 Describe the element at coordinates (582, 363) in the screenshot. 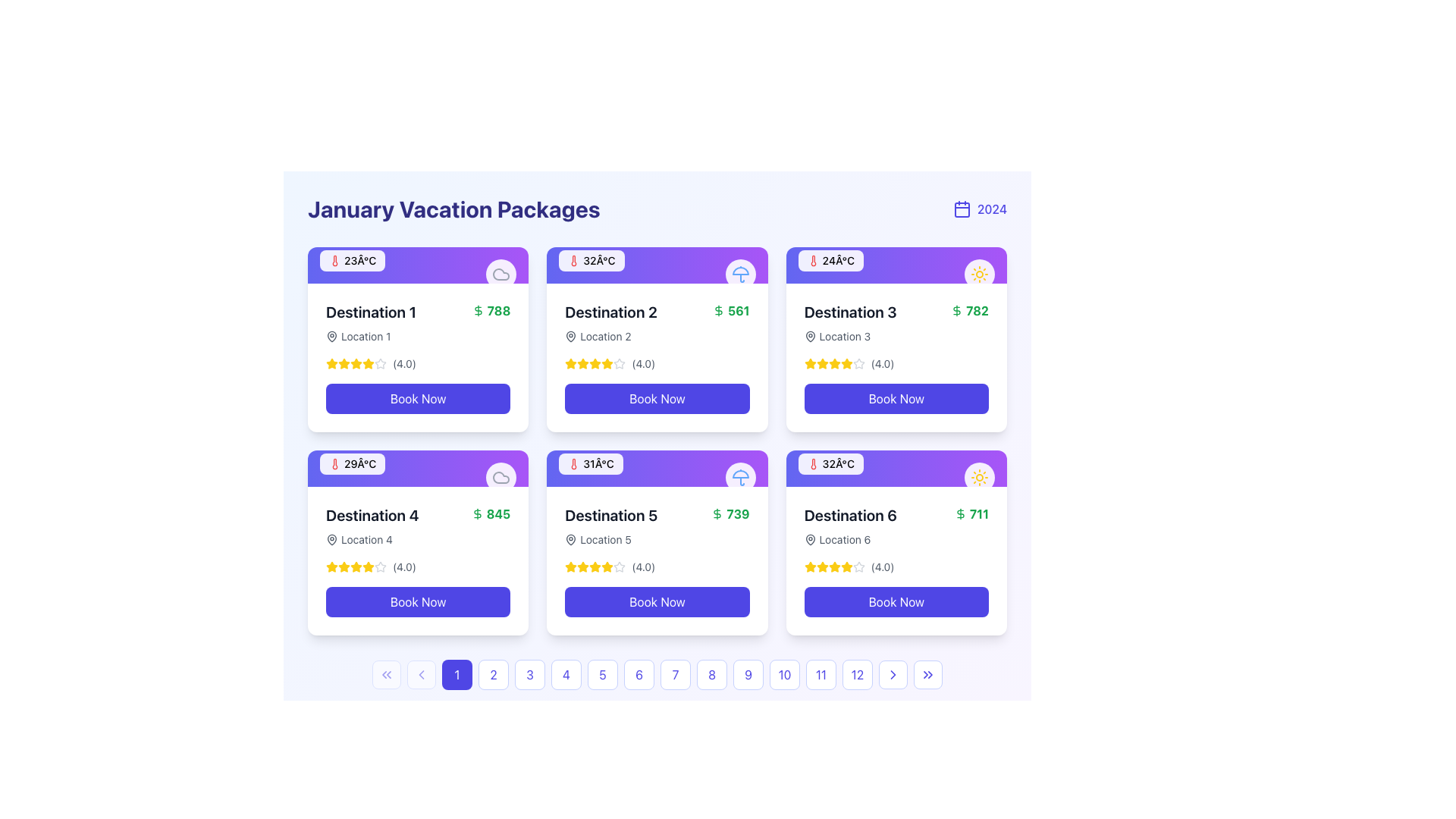

I see `the first star rating icon located under 'Destination 2' adjacent to the rating value '(4.0)' in the grid layout` at that location.